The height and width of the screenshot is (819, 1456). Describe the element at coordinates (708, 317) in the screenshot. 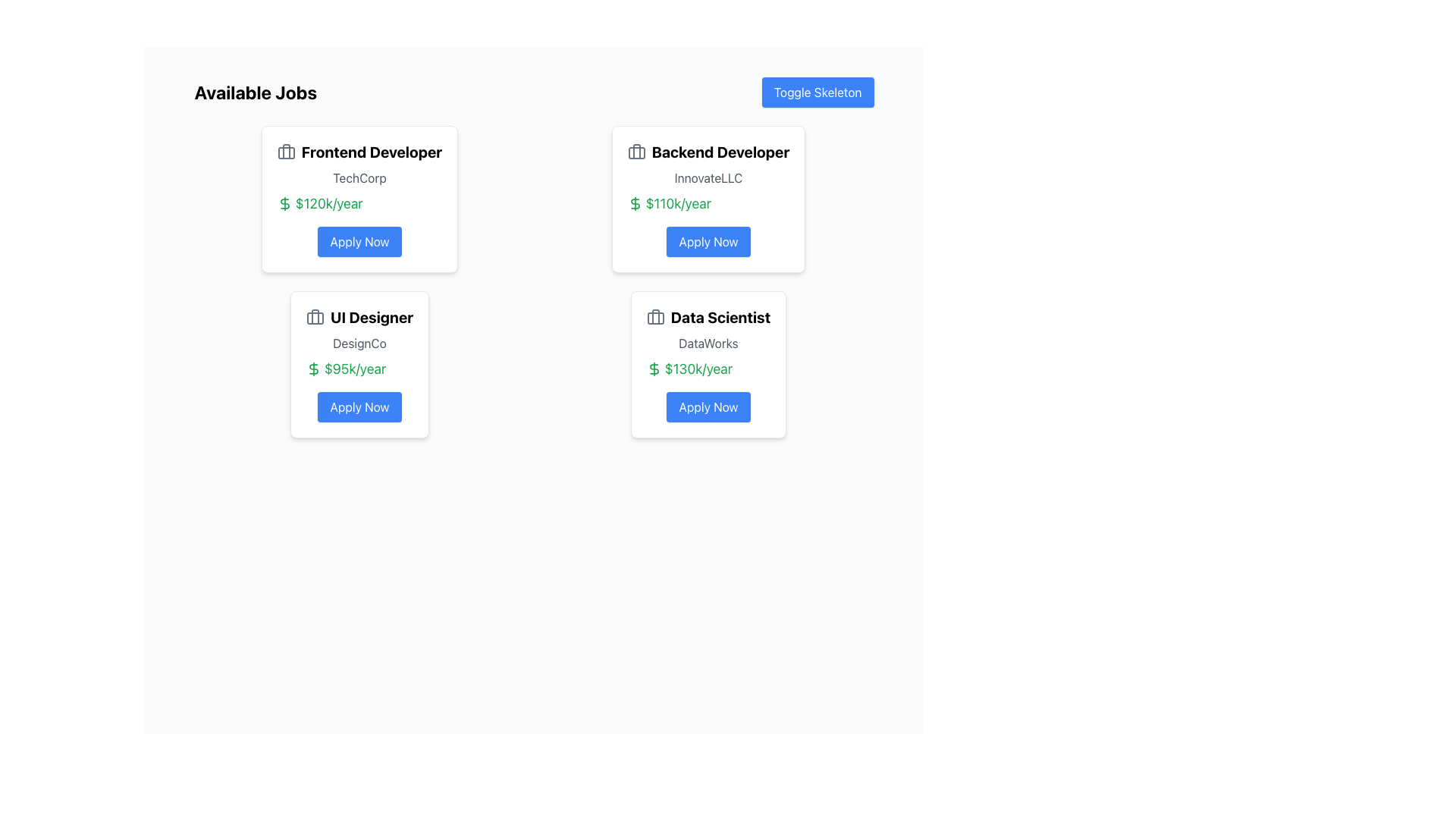

I see `the 'Data Scientist' title and briefcase icon combination located at the top of the job card in the bottom-right section of the grid layout` at that location.